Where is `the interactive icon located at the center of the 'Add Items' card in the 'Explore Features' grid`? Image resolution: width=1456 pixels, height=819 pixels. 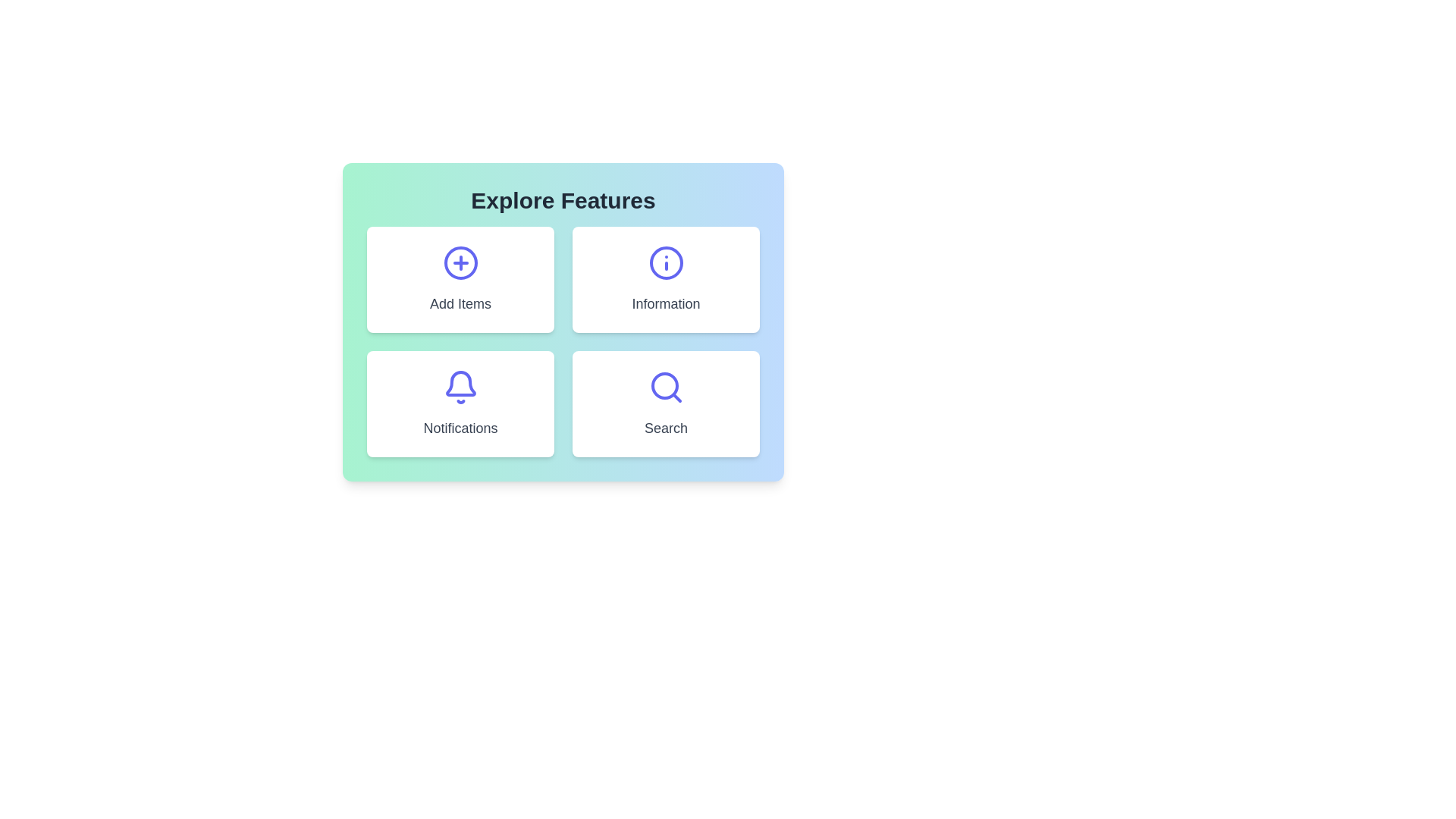
the interactive icon located at the center of the 'Add Items' card in the 'Explore Features' grid is located at coordinates (460, 262).